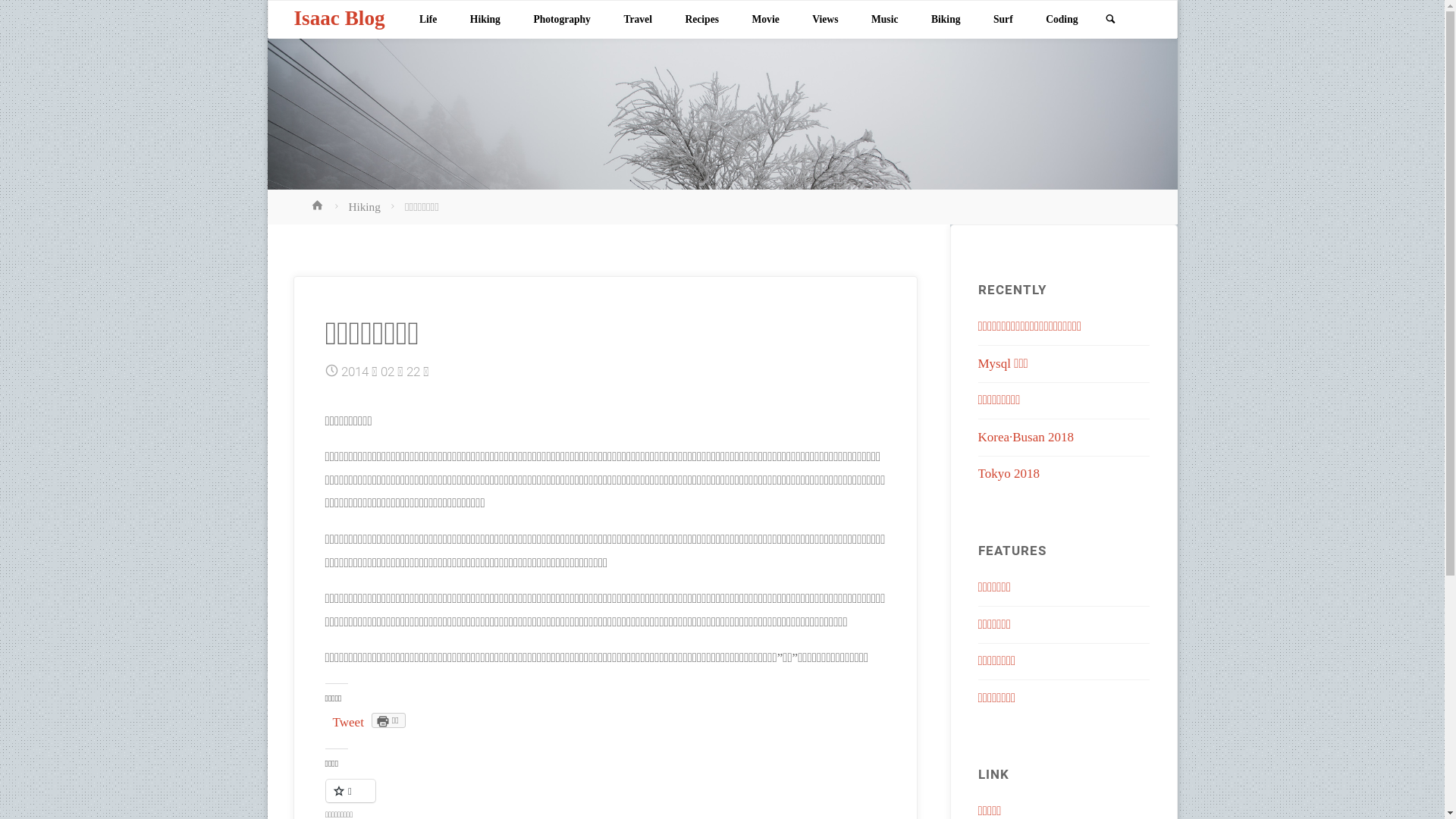 The width and height of the screenshot is (1456, 819). I want to click on 'Life', so click(427, 20).